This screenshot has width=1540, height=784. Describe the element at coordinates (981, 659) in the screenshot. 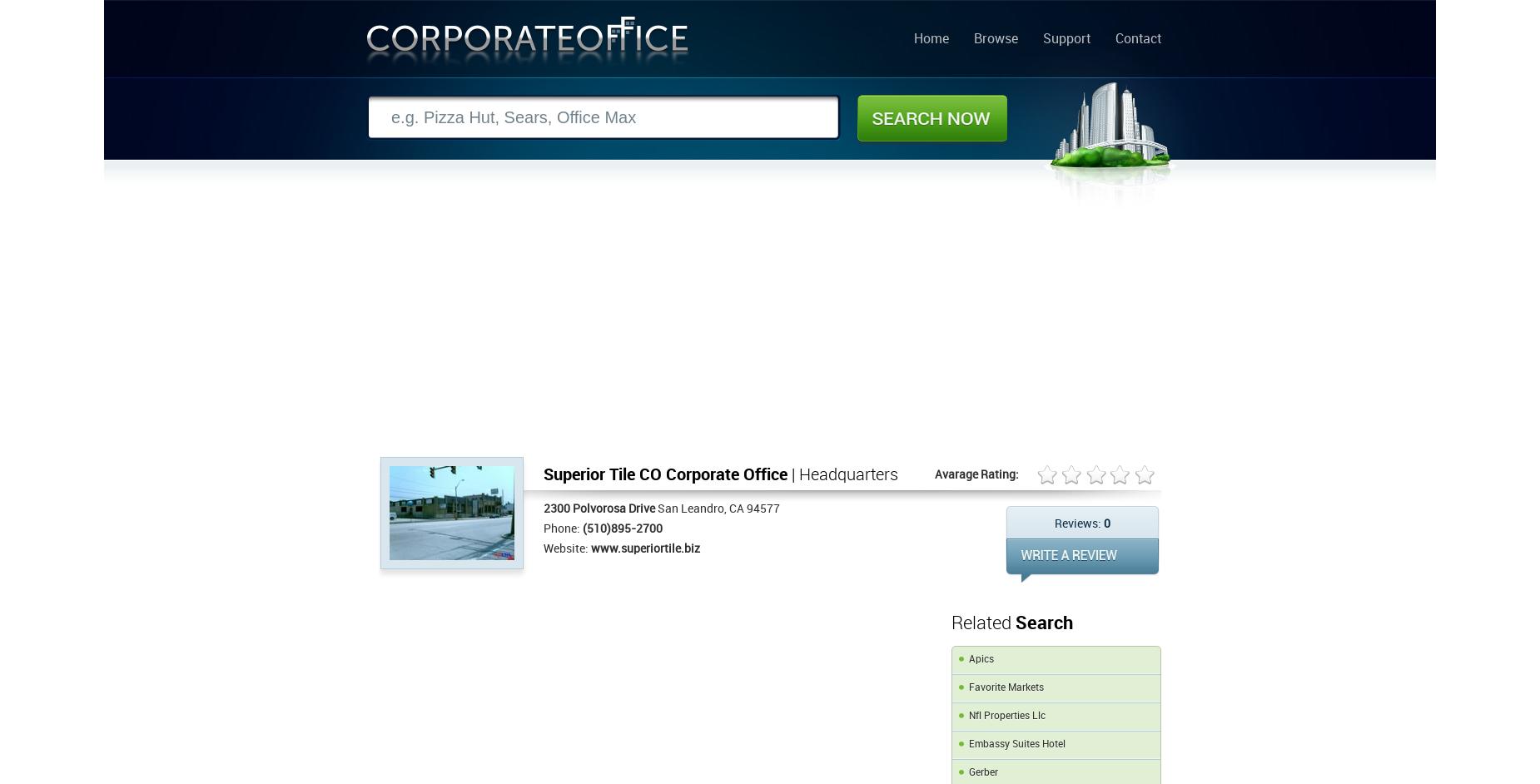

I see `'Apics'` at that location.